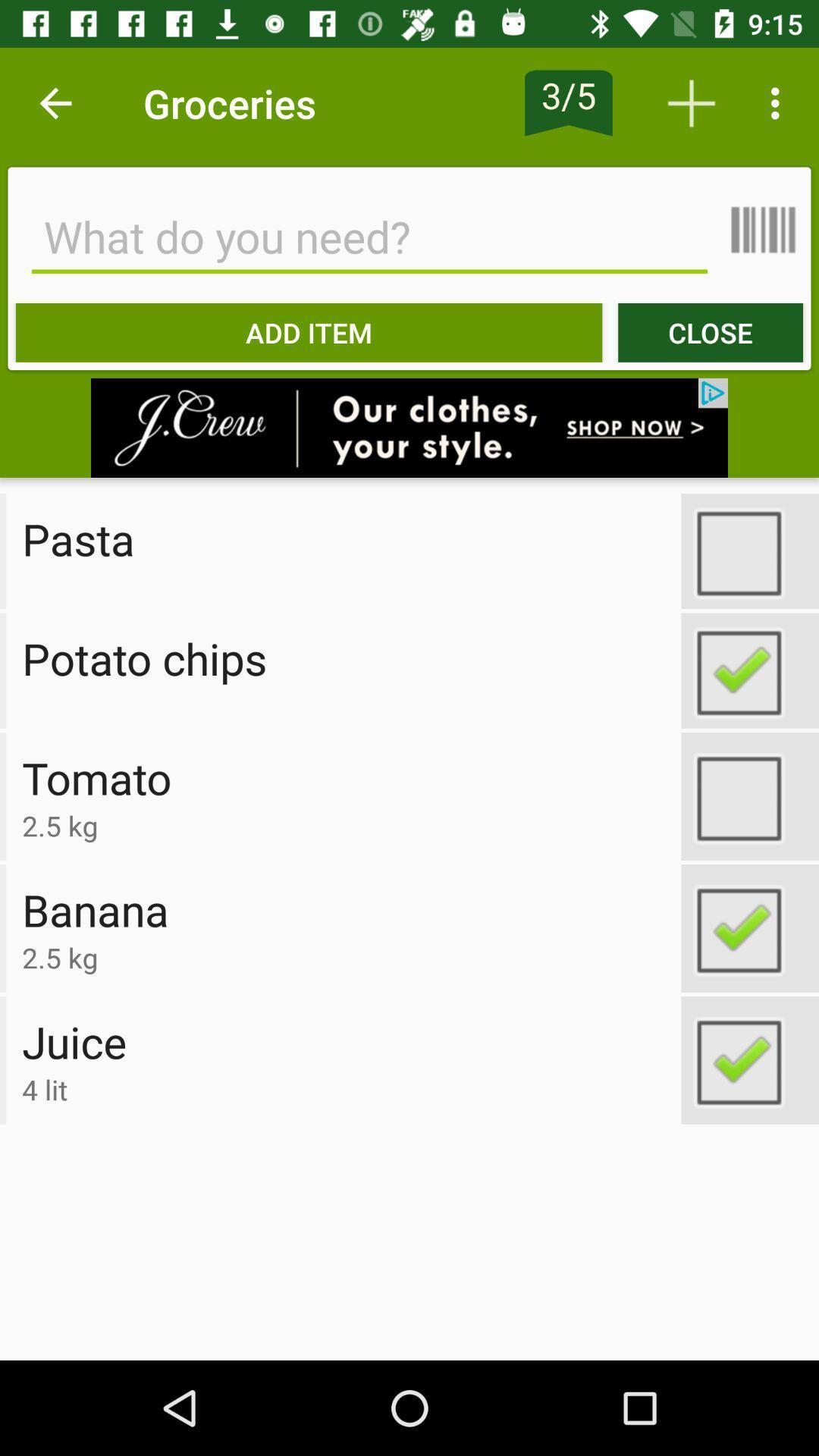 Image resolution: width=819 pixels, height=1456 pixels. I want to click on grocery item what do you need, so click(369, 236).